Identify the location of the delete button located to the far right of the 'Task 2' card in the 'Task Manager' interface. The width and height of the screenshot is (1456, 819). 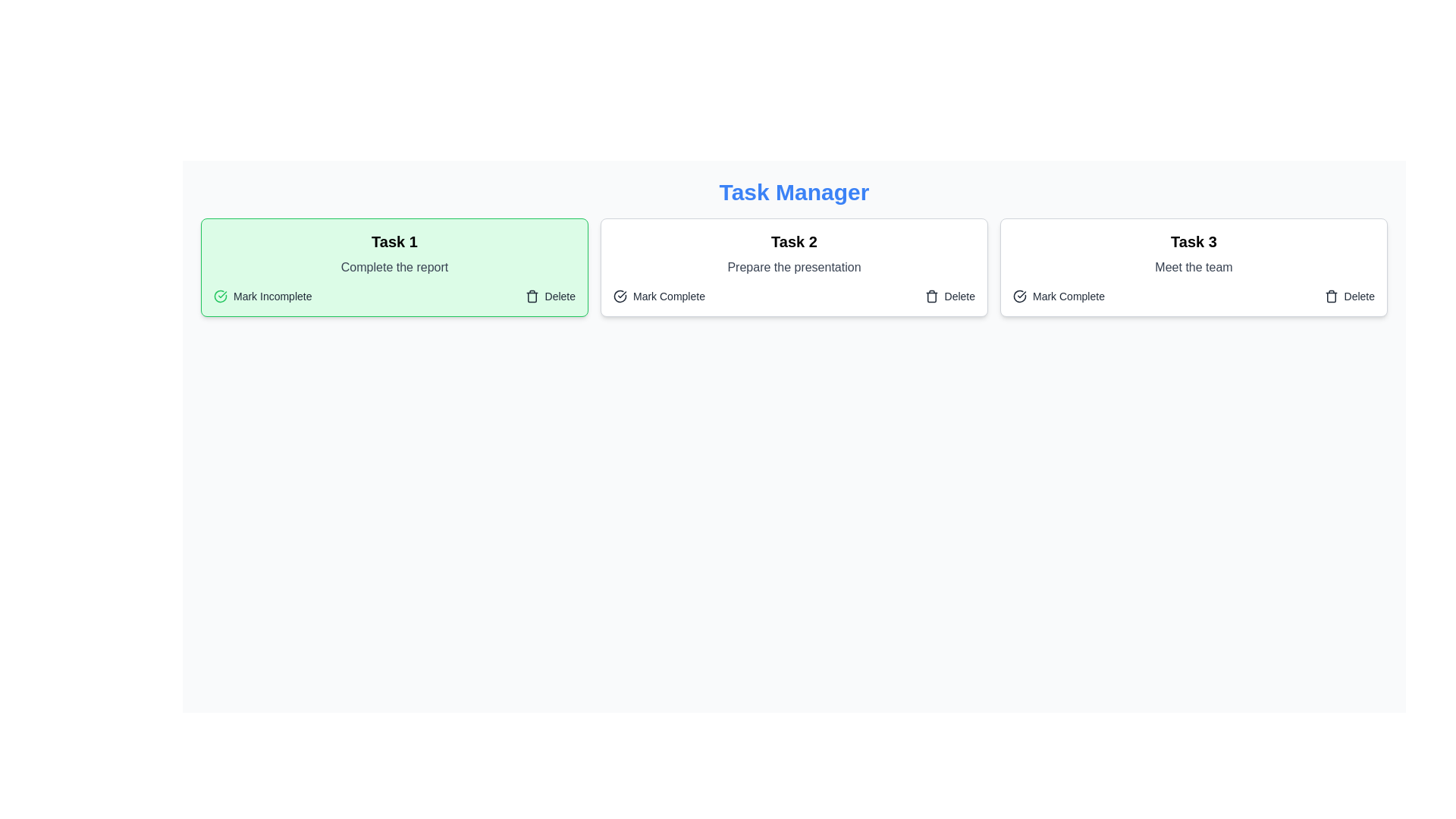
(930, 296).